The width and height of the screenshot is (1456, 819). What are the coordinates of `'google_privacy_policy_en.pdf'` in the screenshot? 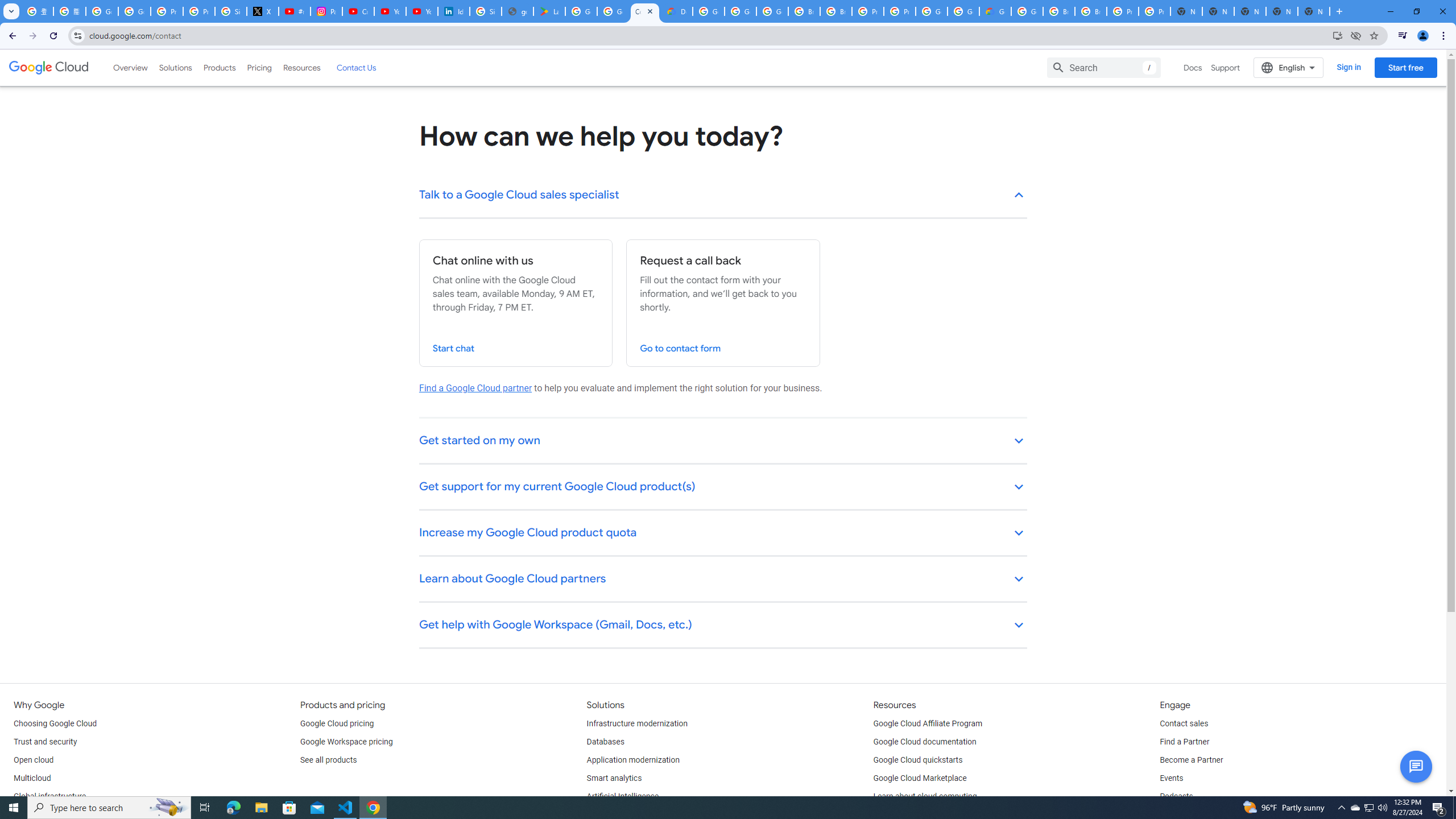 It's located at (517, 11).